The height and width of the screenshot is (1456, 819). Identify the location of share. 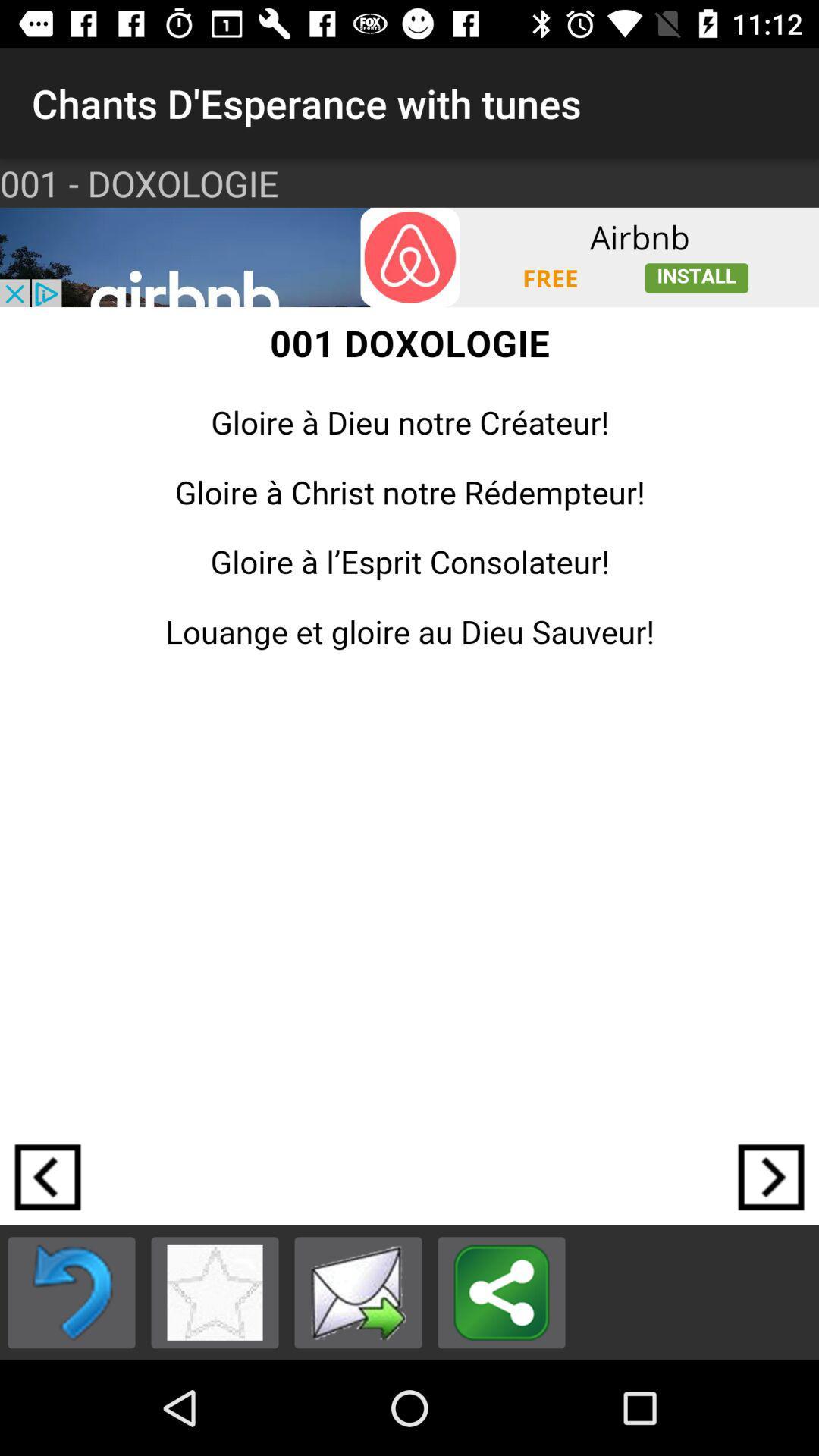
(501, 1291).